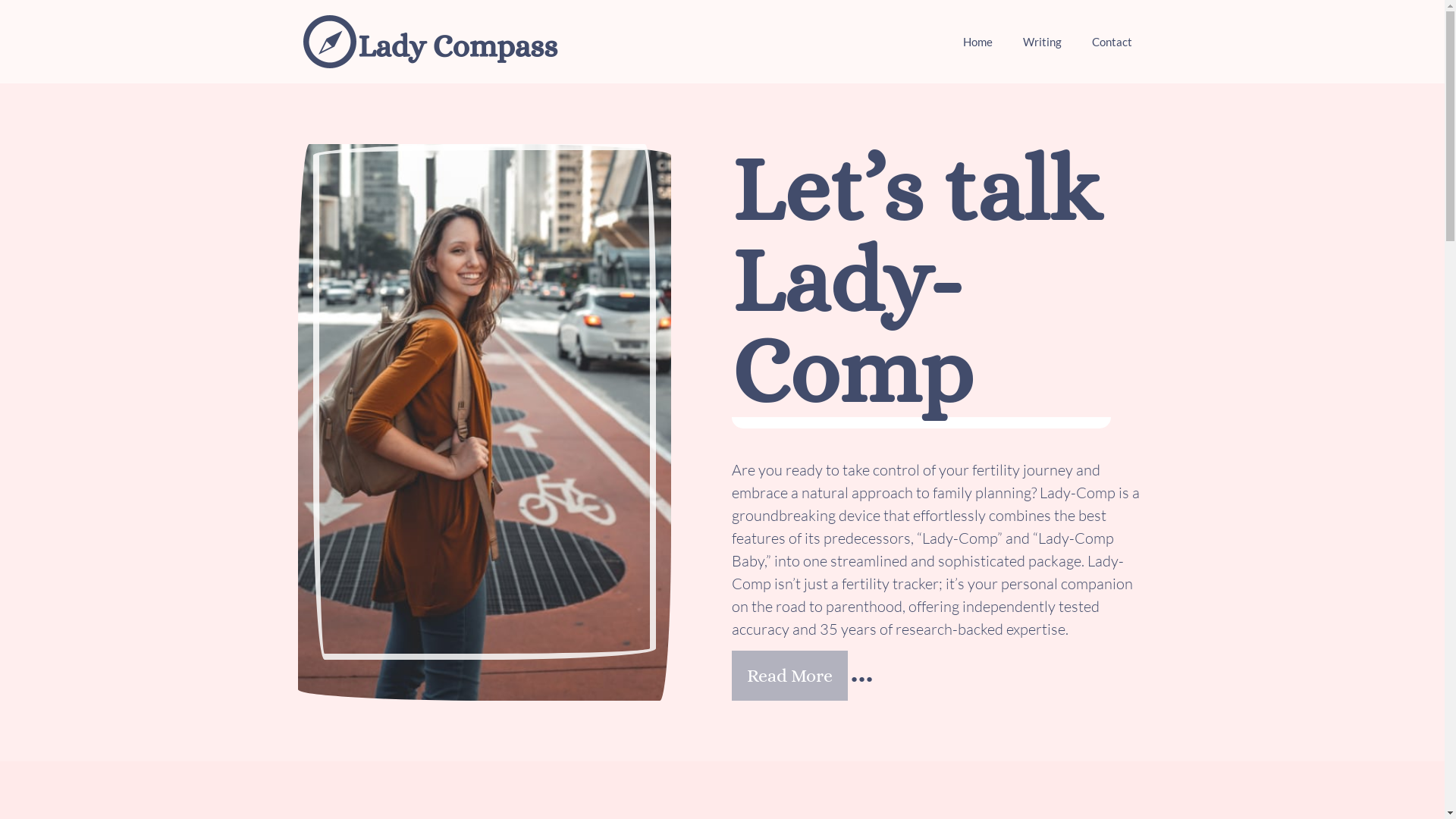  I want to click on 'Home', so click(977, 40).